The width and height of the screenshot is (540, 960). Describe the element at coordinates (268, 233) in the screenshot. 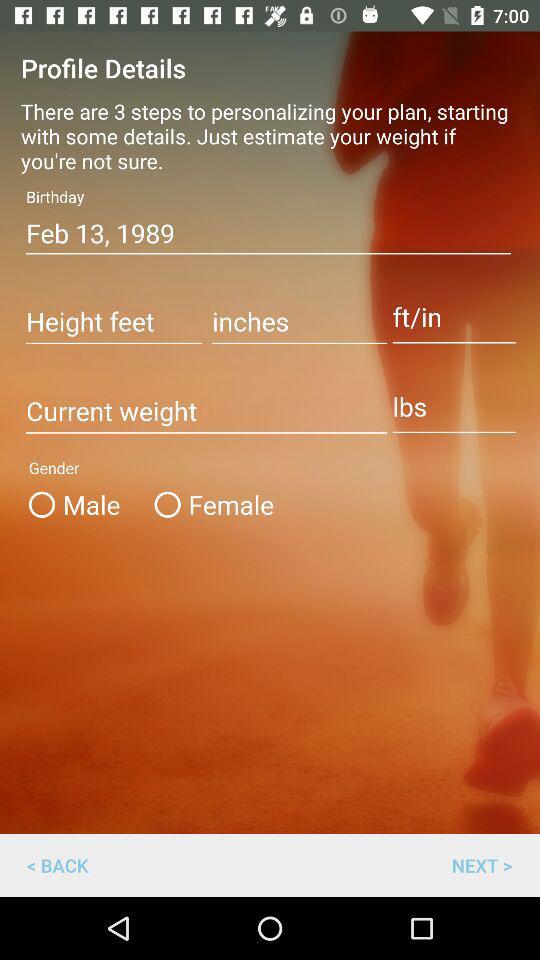

I see `the feb 13, 1989 icon` at that location.